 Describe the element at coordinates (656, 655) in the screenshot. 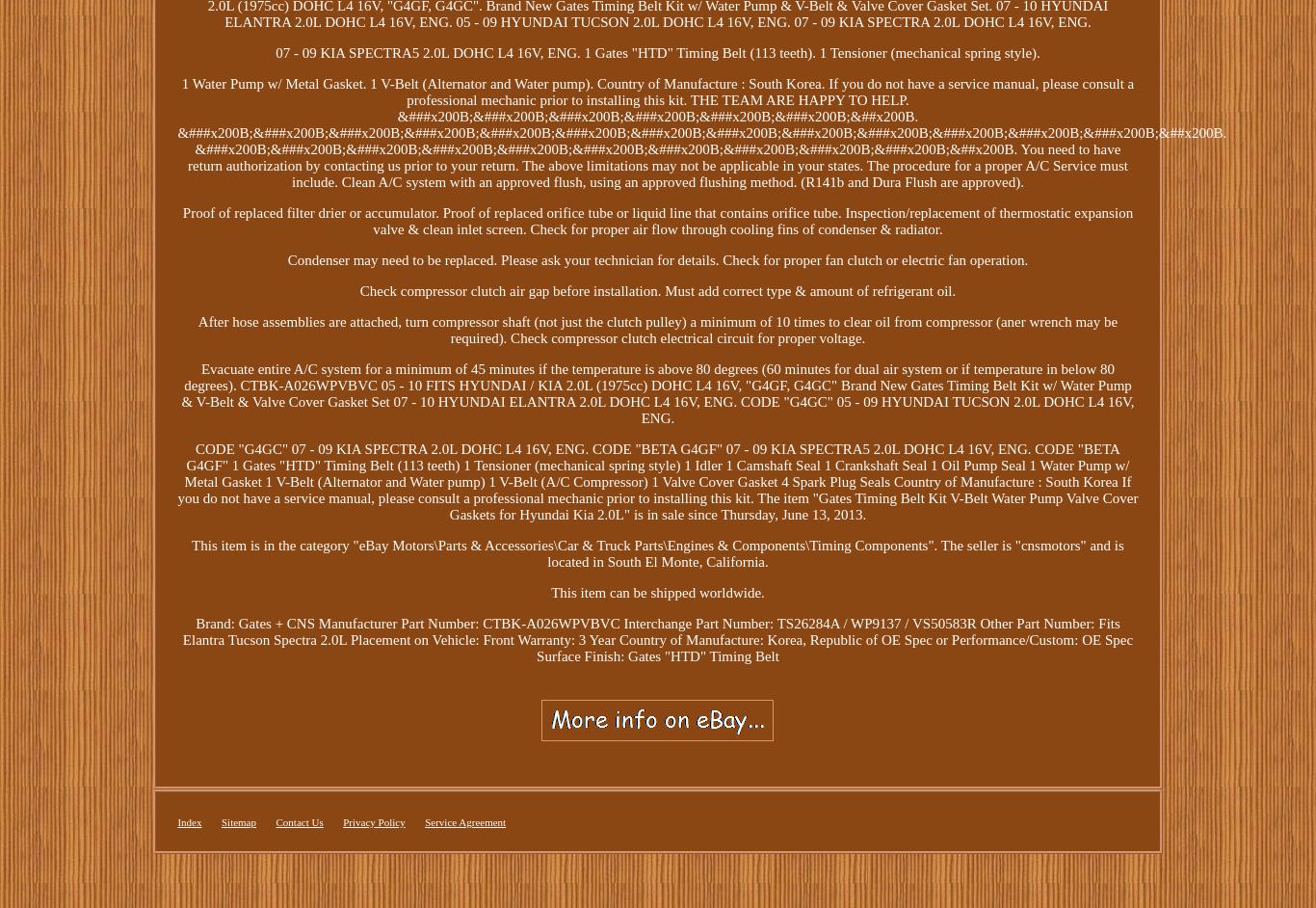

I see `'Surface Finish: Gates "HTD" Timing Belt'` at that location.